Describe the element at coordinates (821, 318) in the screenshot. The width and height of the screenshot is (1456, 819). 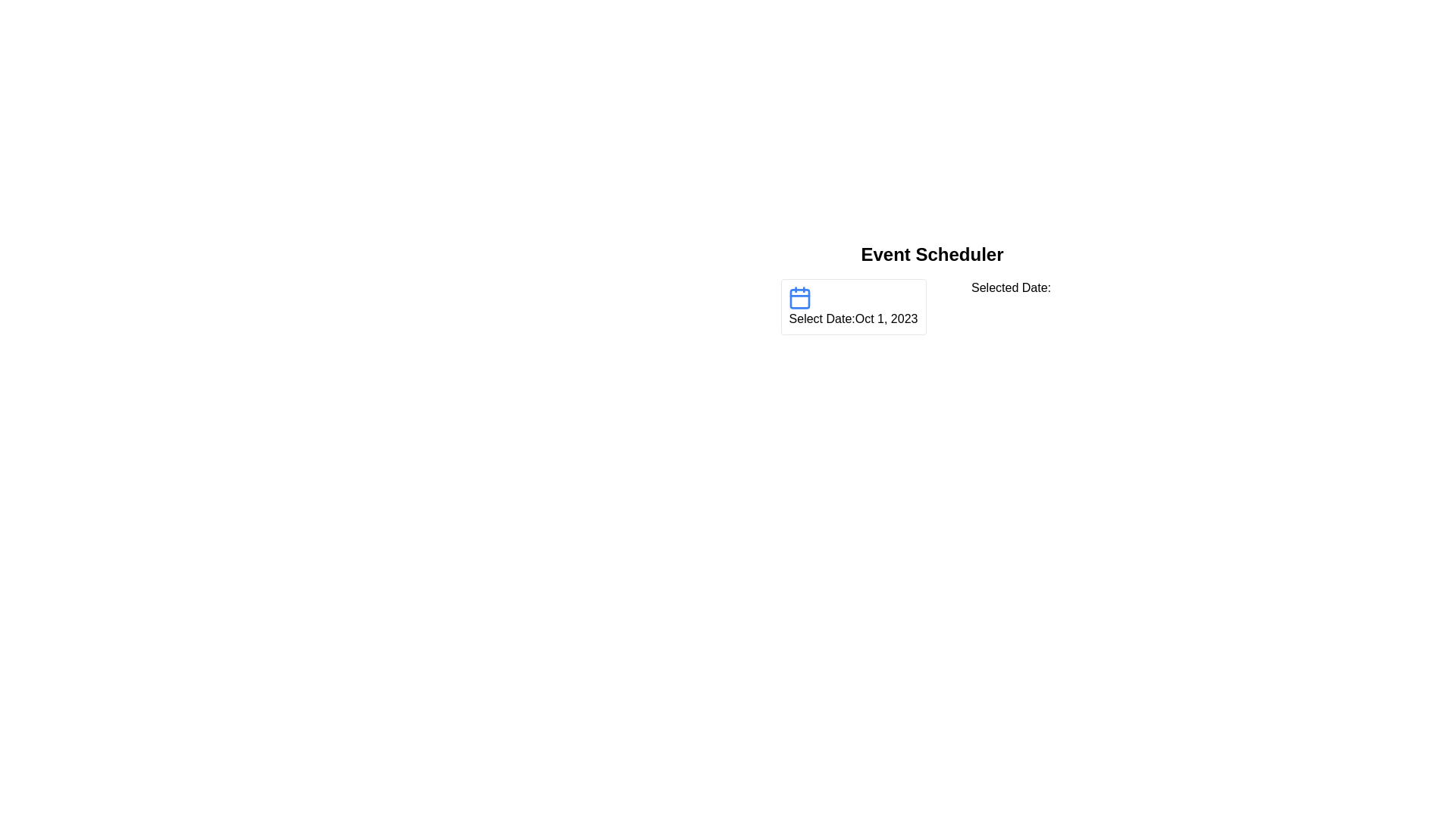
I see `the static text label that serves as a date picker indicator, located to the left of the date label and right of the blue calendar icon` at that location.